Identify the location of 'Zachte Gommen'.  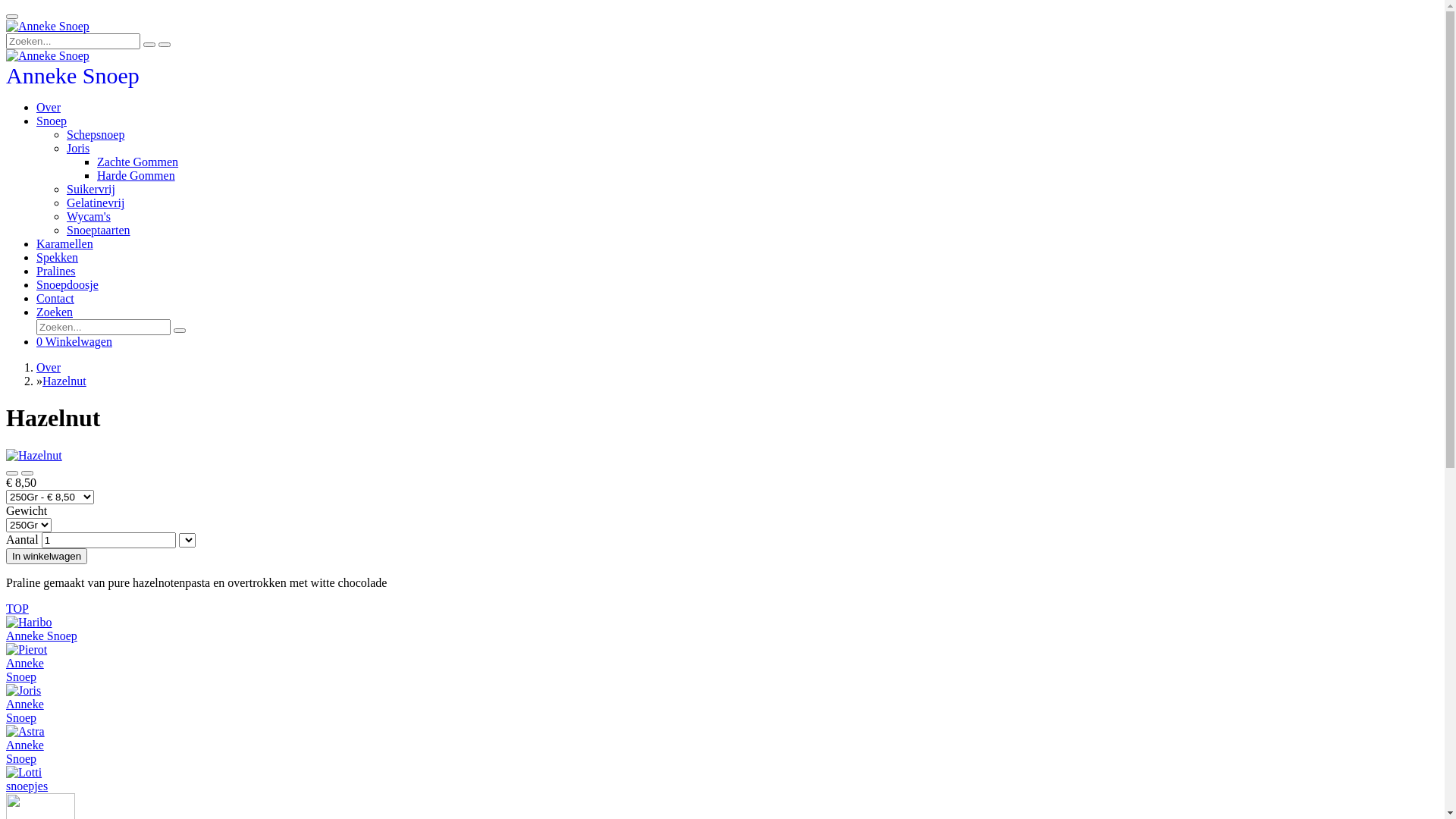
(137, 162).